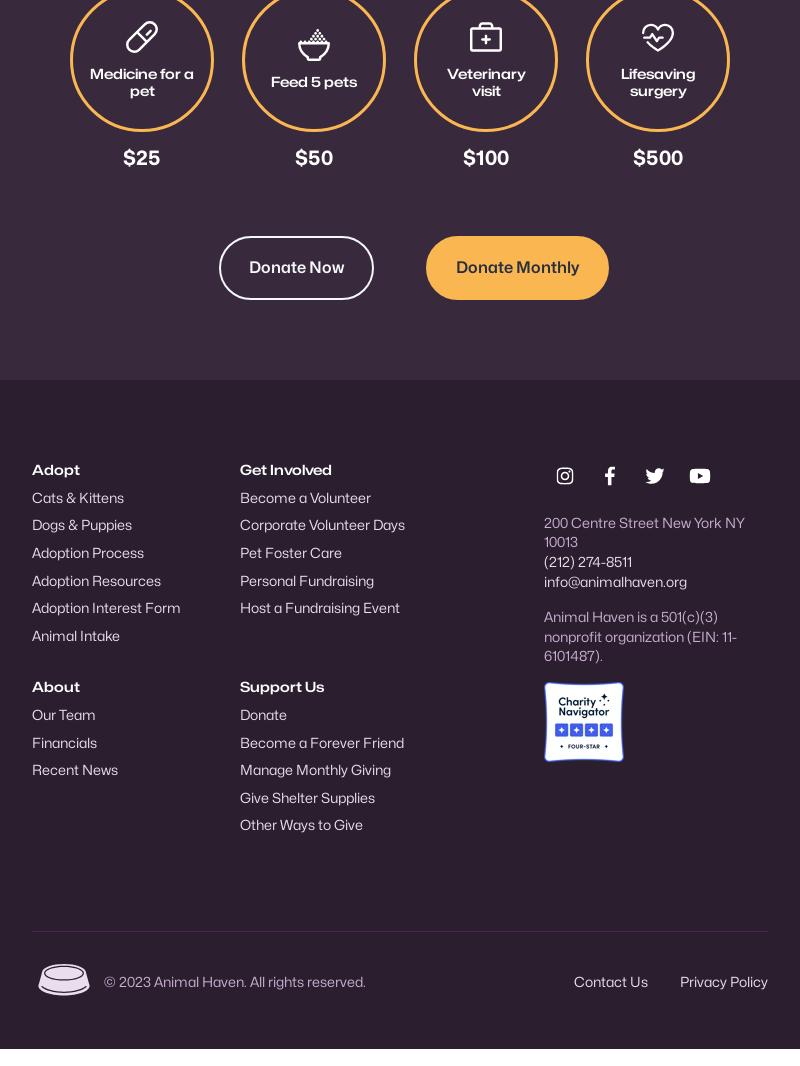 The image size is (800, 1066). I want to click on 'info@animalhaven.org', so click(615, 579).